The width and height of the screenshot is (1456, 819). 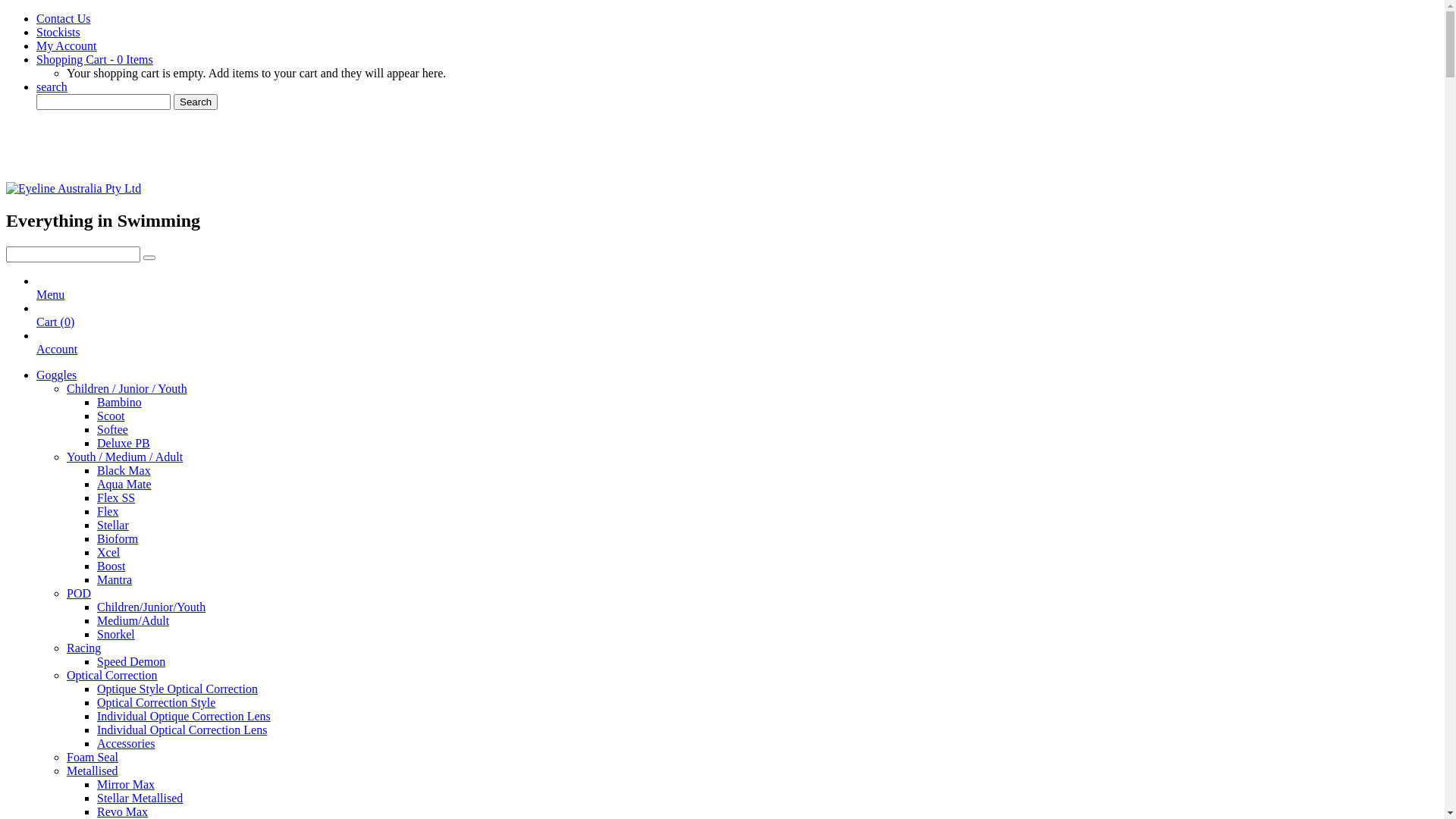 I want to click on 'Stellar Metallised', so click(x=140, y=797).